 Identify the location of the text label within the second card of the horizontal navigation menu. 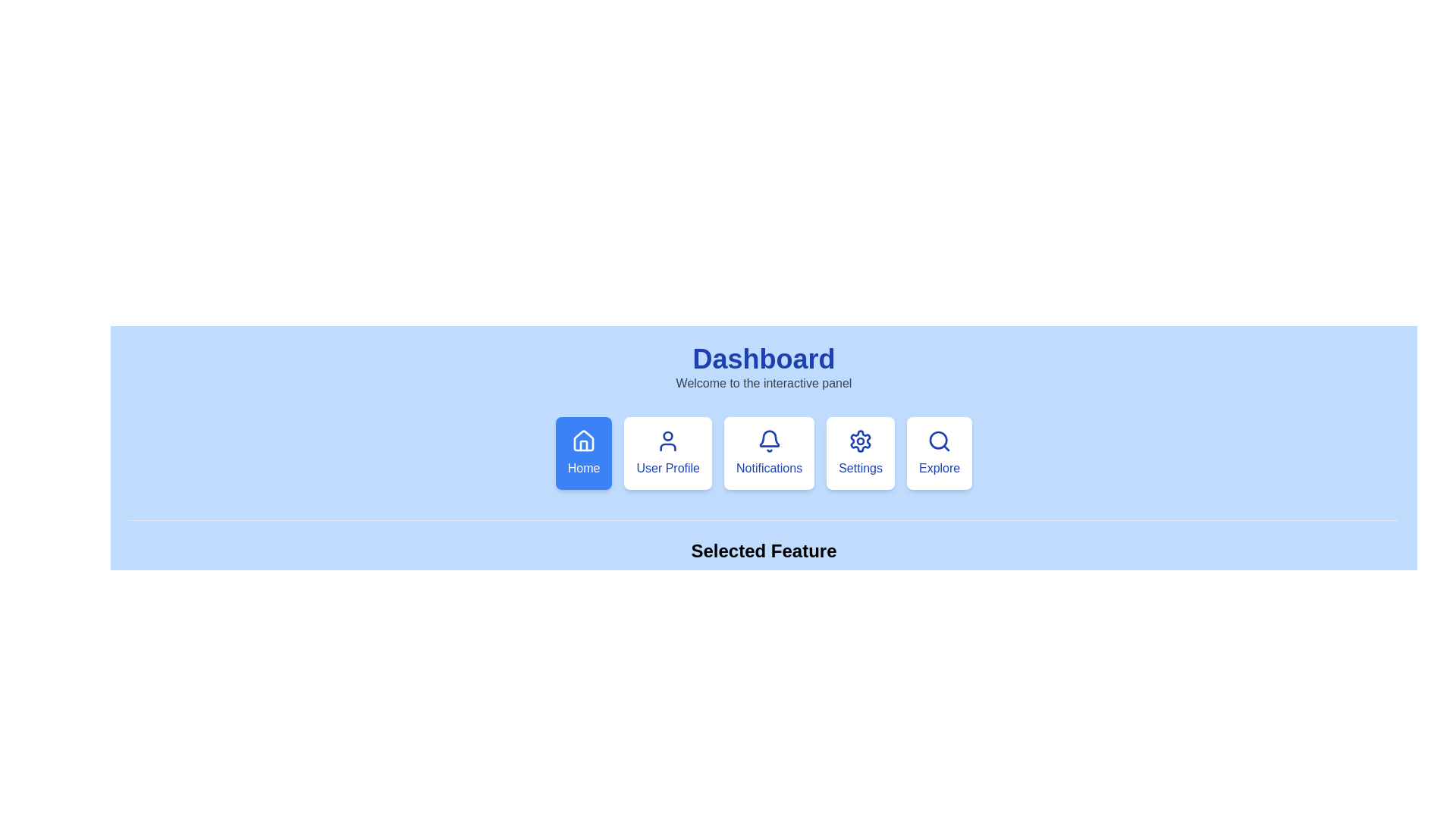
(667, 467).